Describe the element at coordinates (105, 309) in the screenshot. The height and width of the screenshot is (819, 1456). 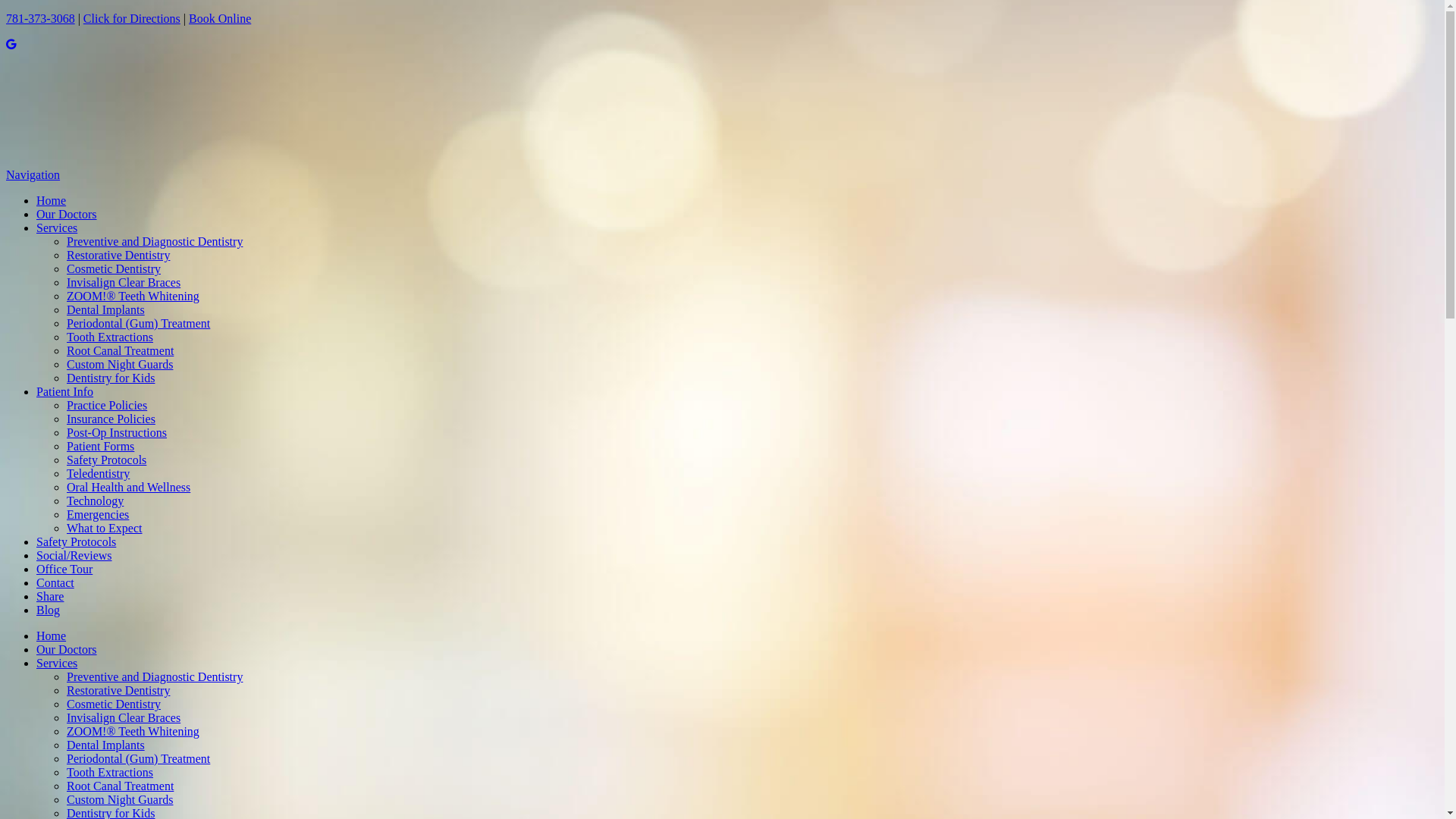
I see `'Dental Implants'` at that location.